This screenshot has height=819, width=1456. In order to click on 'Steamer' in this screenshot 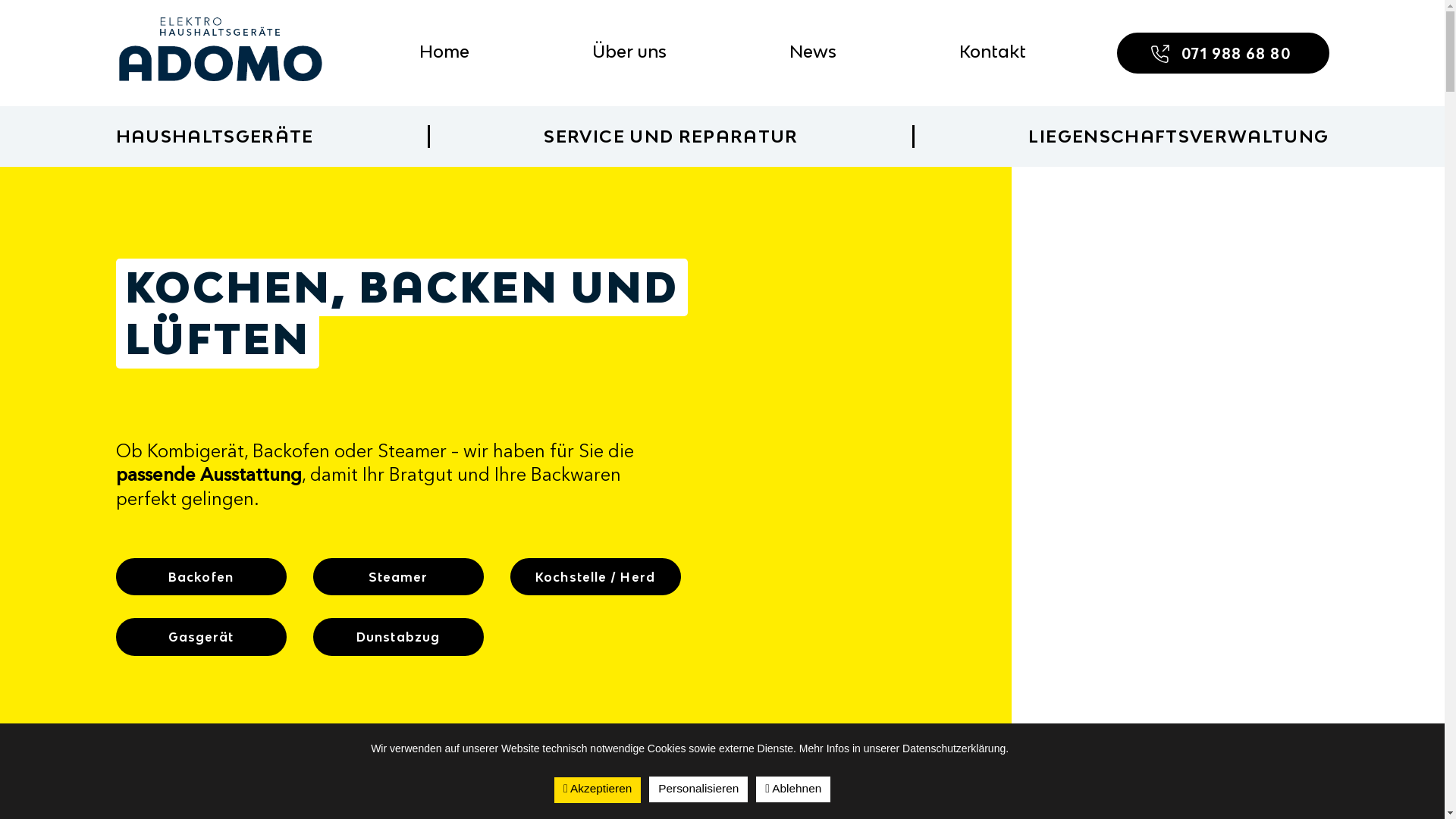, I will do `click(397, 576)`.